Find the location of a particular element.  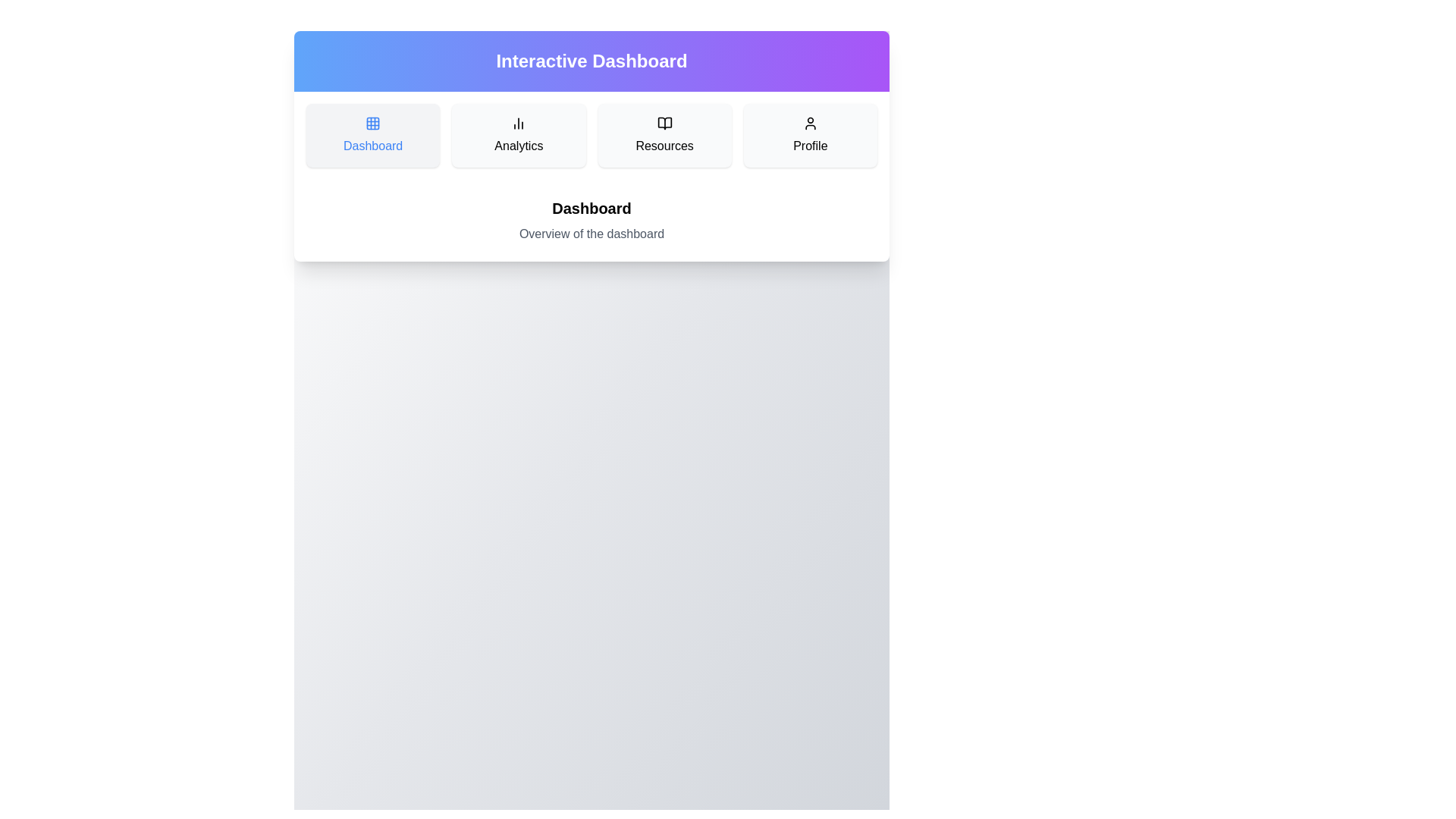

the Dashboard section by clicking on its button is located at coordinates (373, 134).